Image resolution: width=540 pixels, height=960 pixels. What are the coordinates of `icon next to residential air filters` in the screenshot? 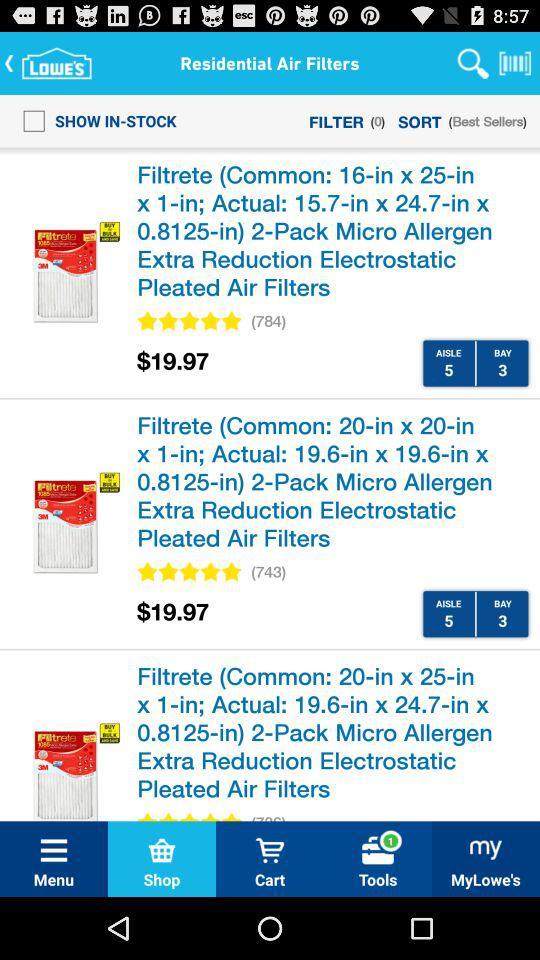 It's located at (472, 62).